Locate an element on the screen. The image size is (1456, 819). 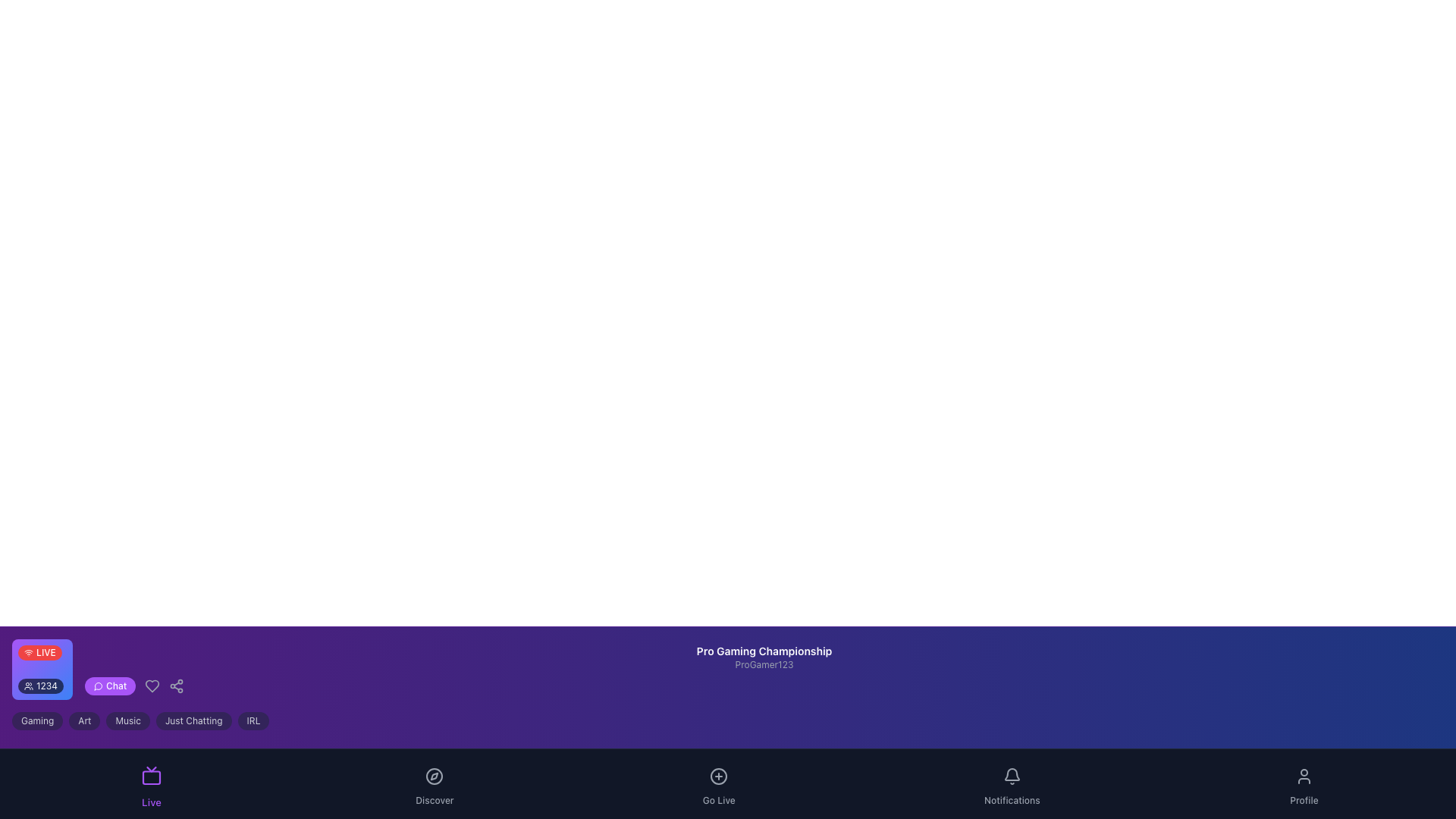
the 'Discover' navigation button located in the bottom navigation bar, which is the second clickable item from the left, positioned between the 'Live' and 'Go Live' items is located at coordinates (434, 783).